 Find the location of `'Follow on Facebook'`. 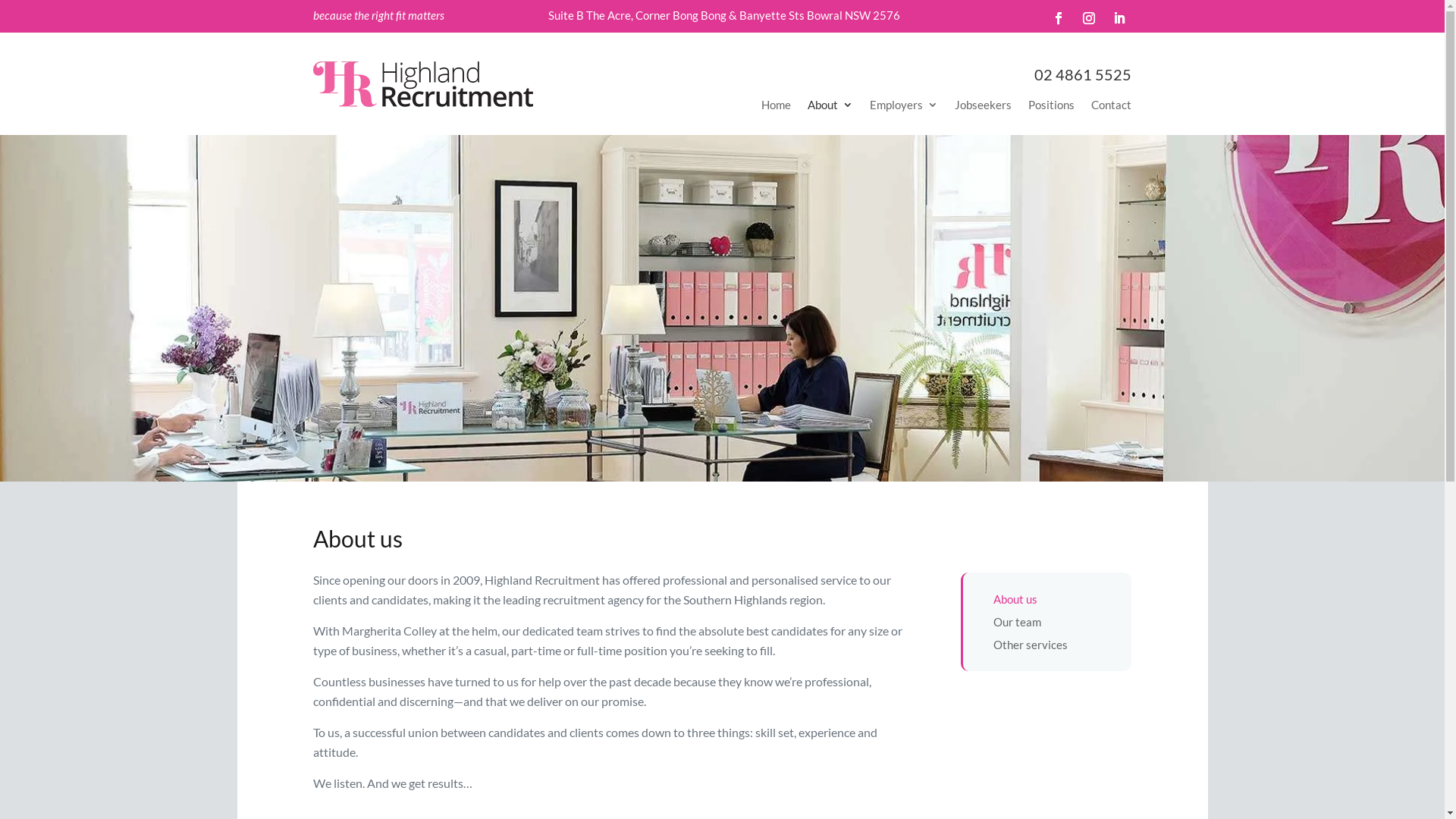

'Follow on Facebook' is located at coordinates (1058, 17).